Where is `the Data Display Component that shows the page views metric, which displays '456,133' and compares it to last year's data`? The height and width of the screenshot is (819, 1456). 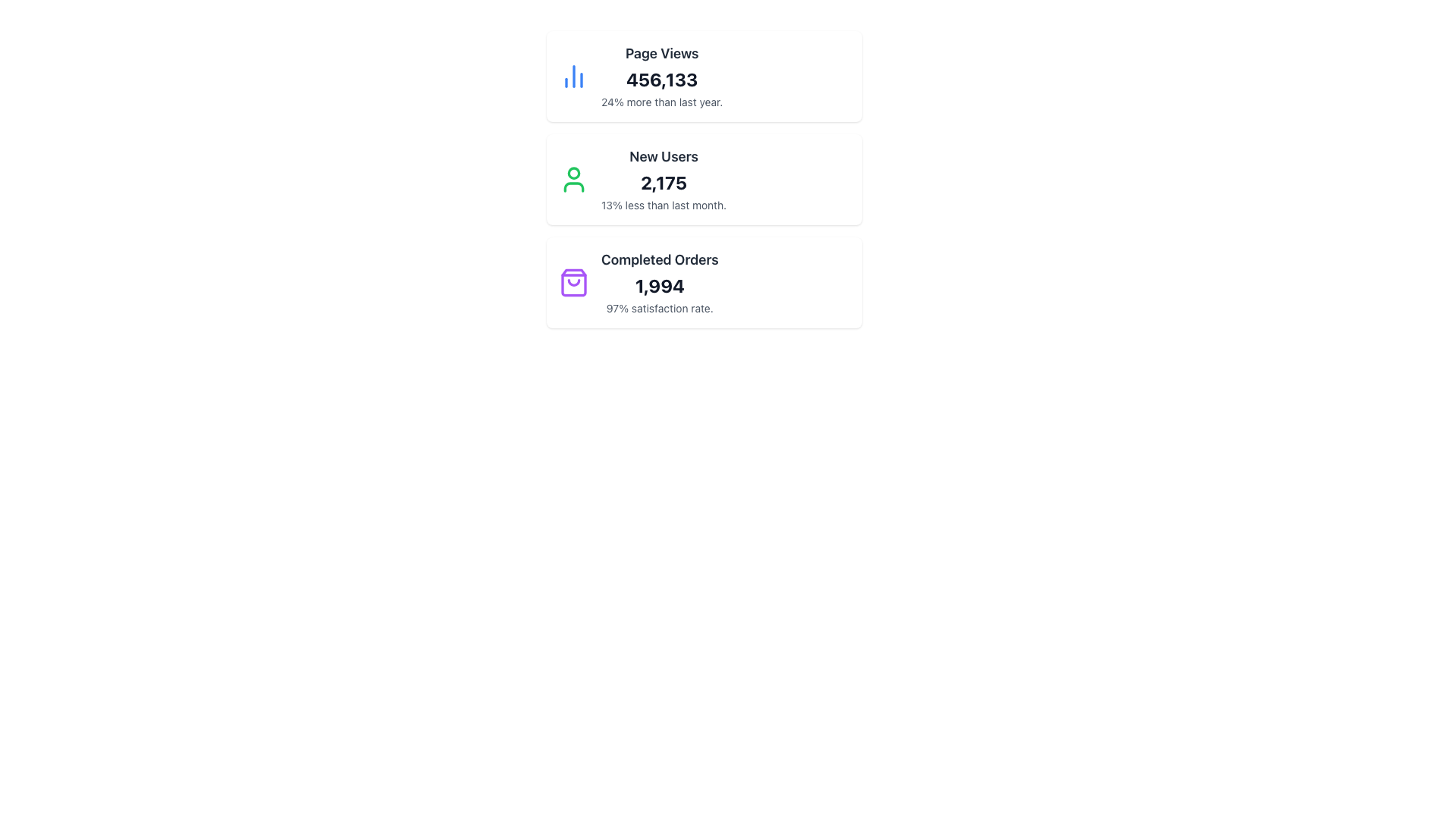 the Data Display Component that shows the page views metric, which displays '456,133' and compares it to last year's data is located at coordinates (662, 76).